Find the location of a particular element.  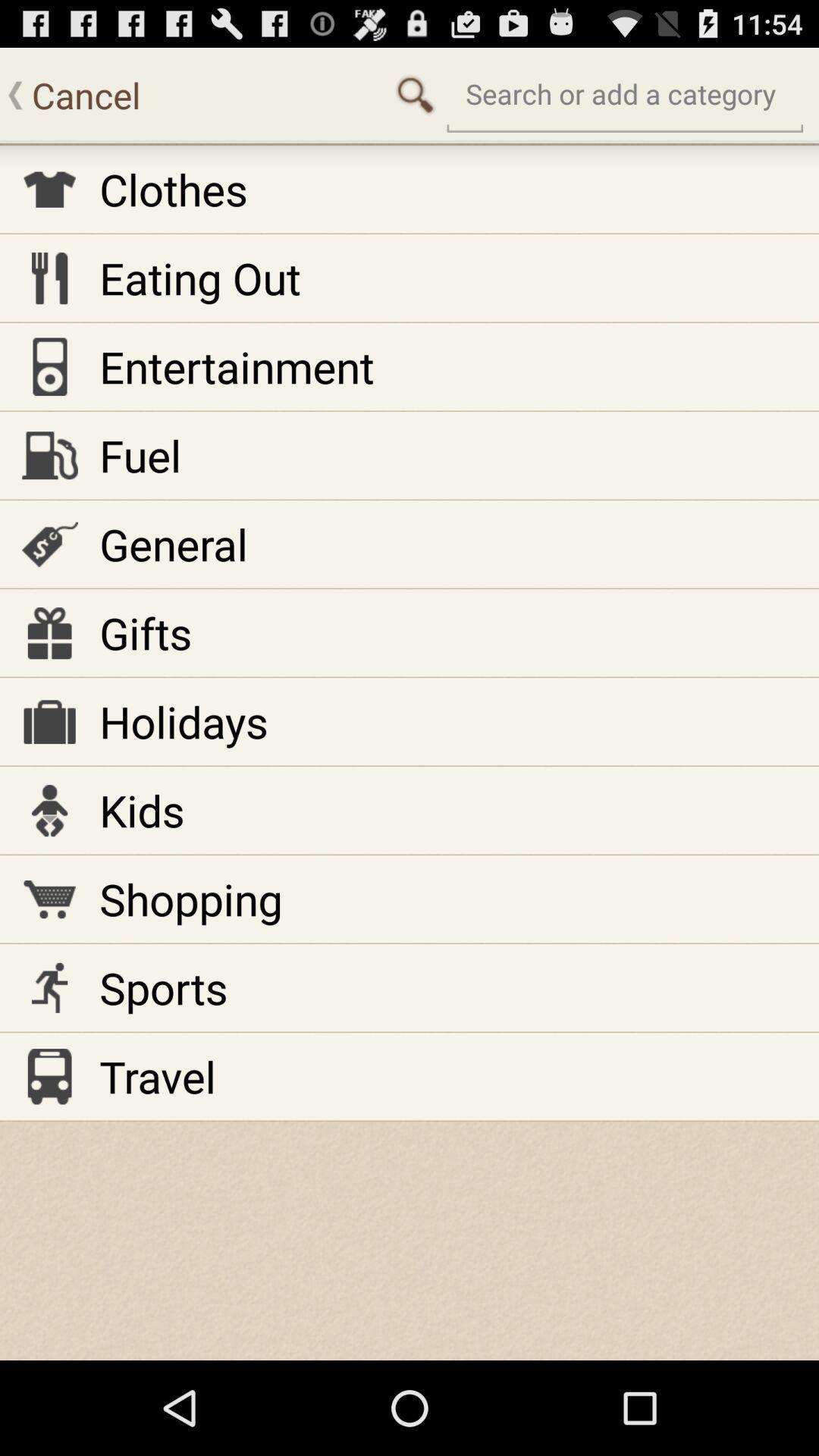

the item above gifts item is located at coordinates (173, 544).